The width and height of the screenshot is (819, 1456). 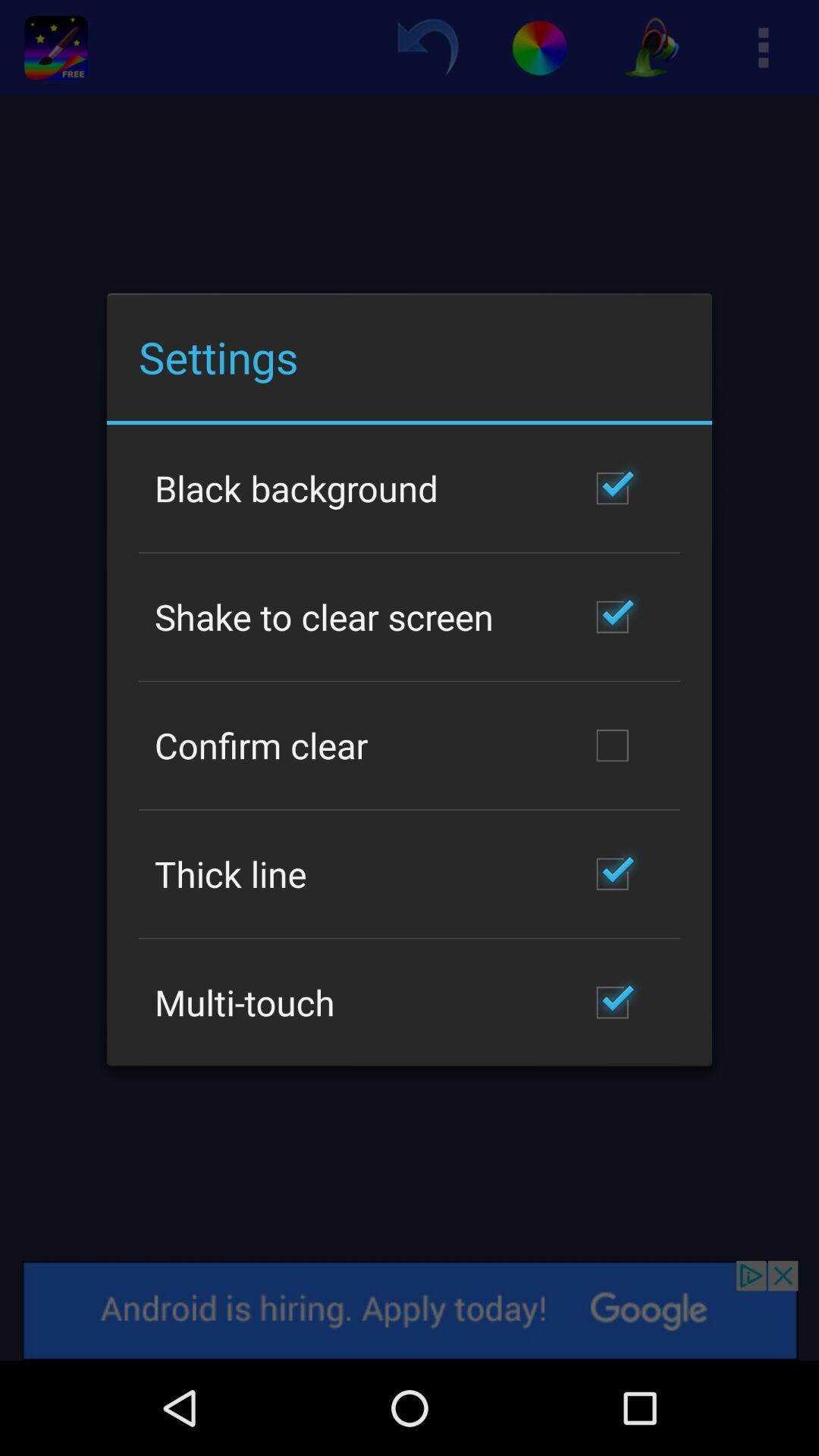 What do you see at coordinates (260, 745) in the screenshot?
I see `the item above thick line app` at bounding box center [260, 745].